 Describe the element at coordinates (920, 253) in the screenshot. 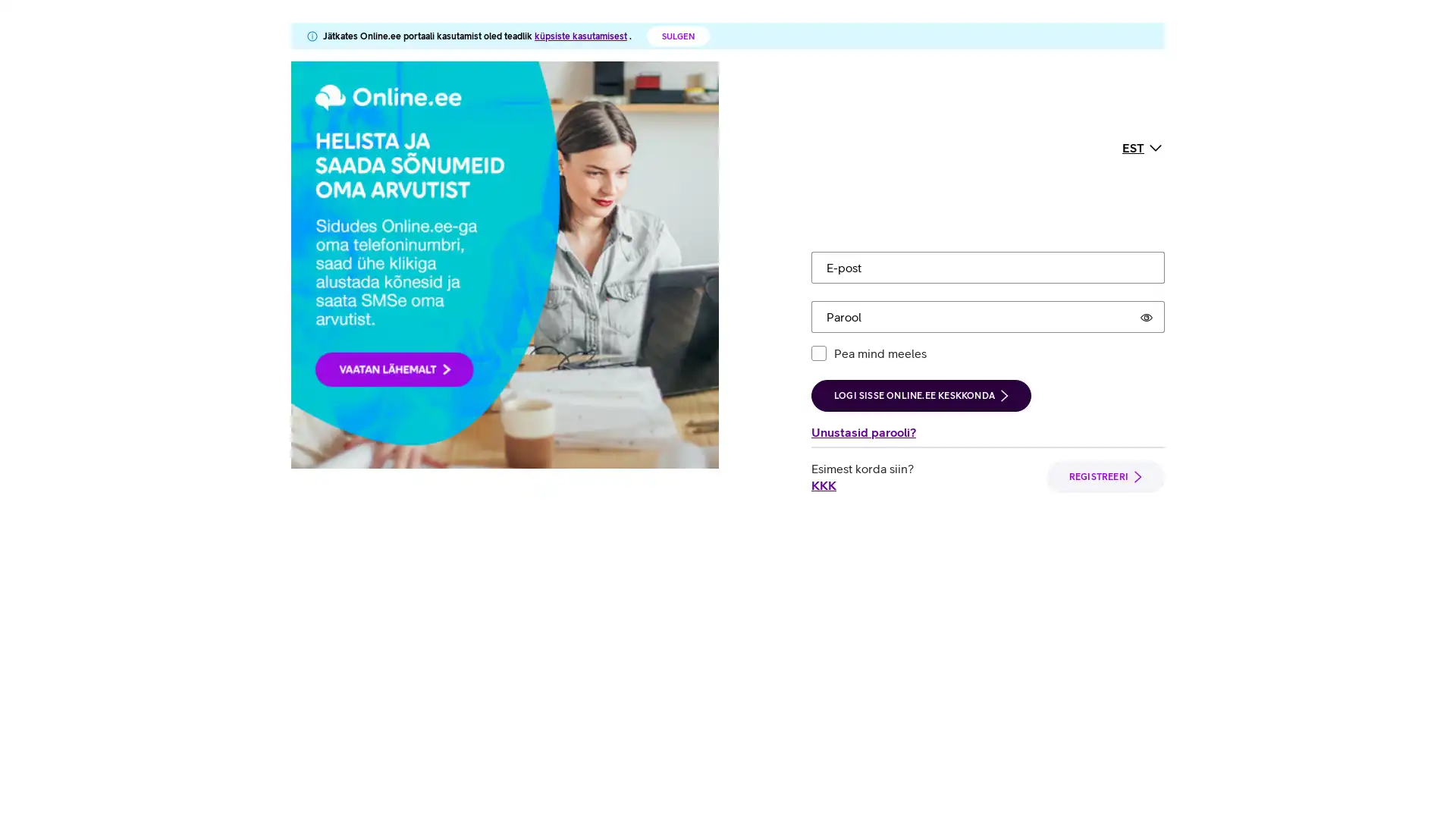

I see `LOGI SISSE ONLINE.EE KESKKONDA` at that location.